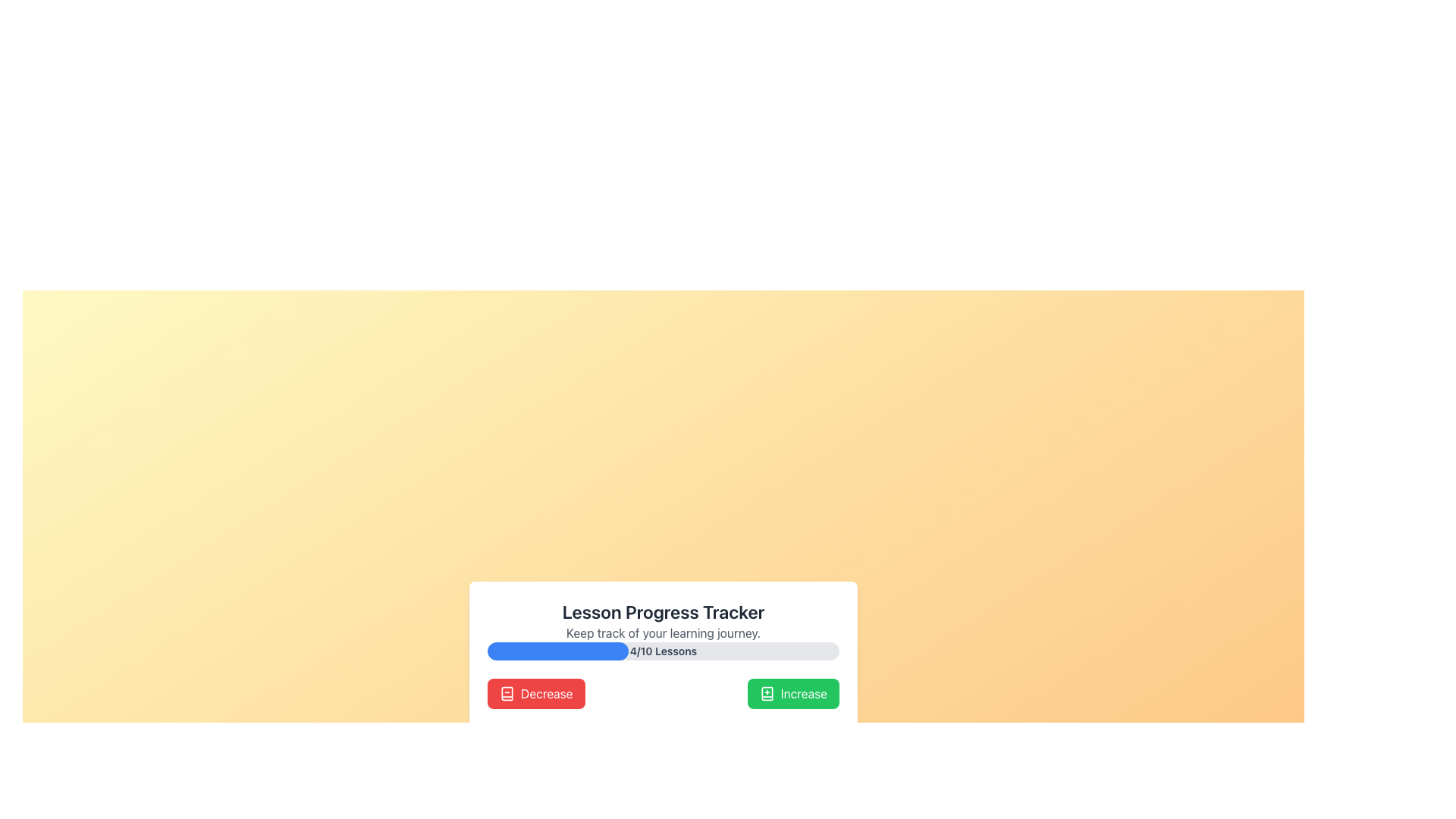  Describe the element at coordinates (663, 699) in the screenshot. I see `the interactive buttons of the progress tracker component` at that location.